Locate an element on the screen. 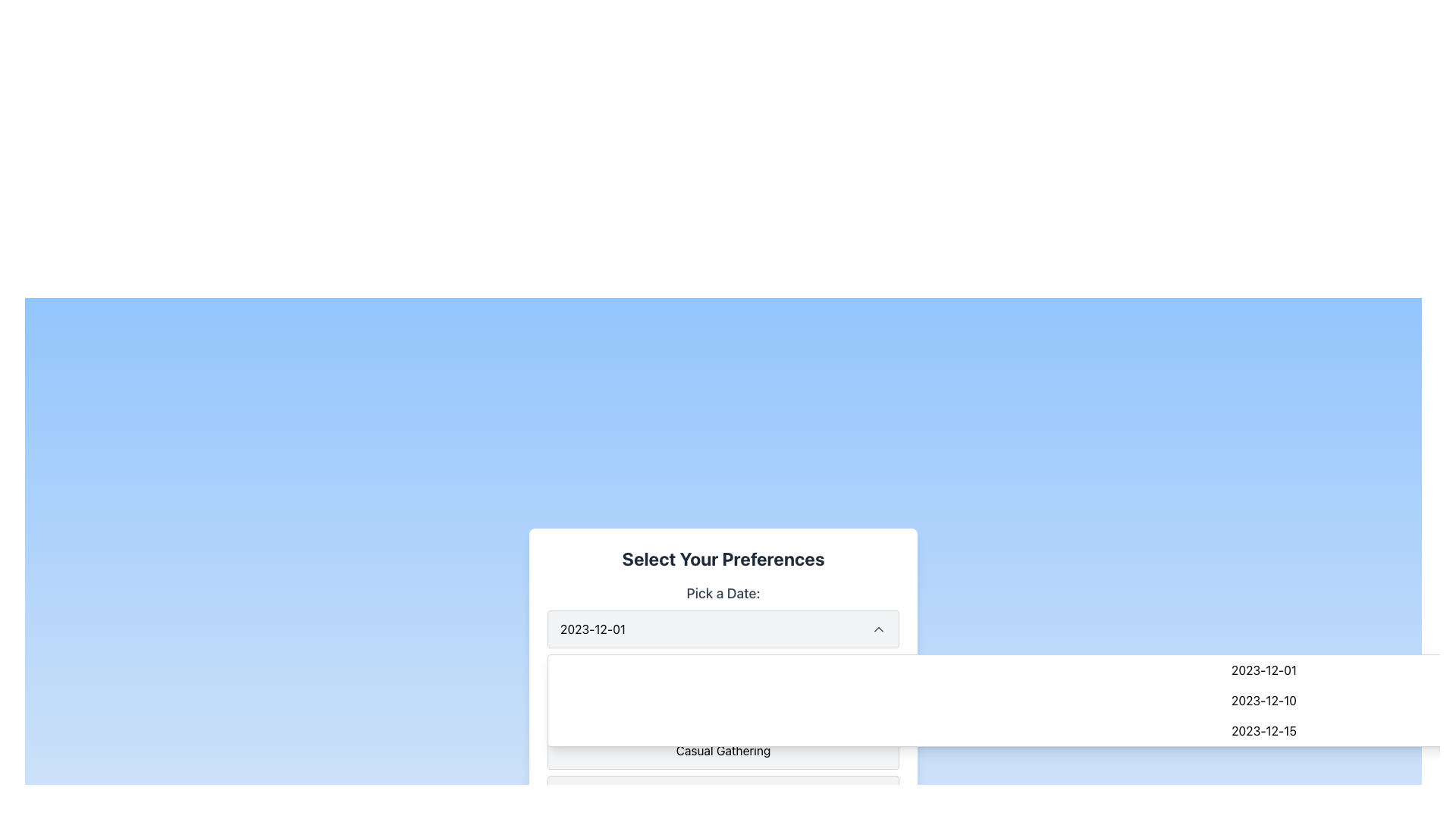 This screenshot has height=819, width=1456. the Dropdown menu labeled 'Pick a Date:' to interact via keyboard is located at coordinates (723, 616).